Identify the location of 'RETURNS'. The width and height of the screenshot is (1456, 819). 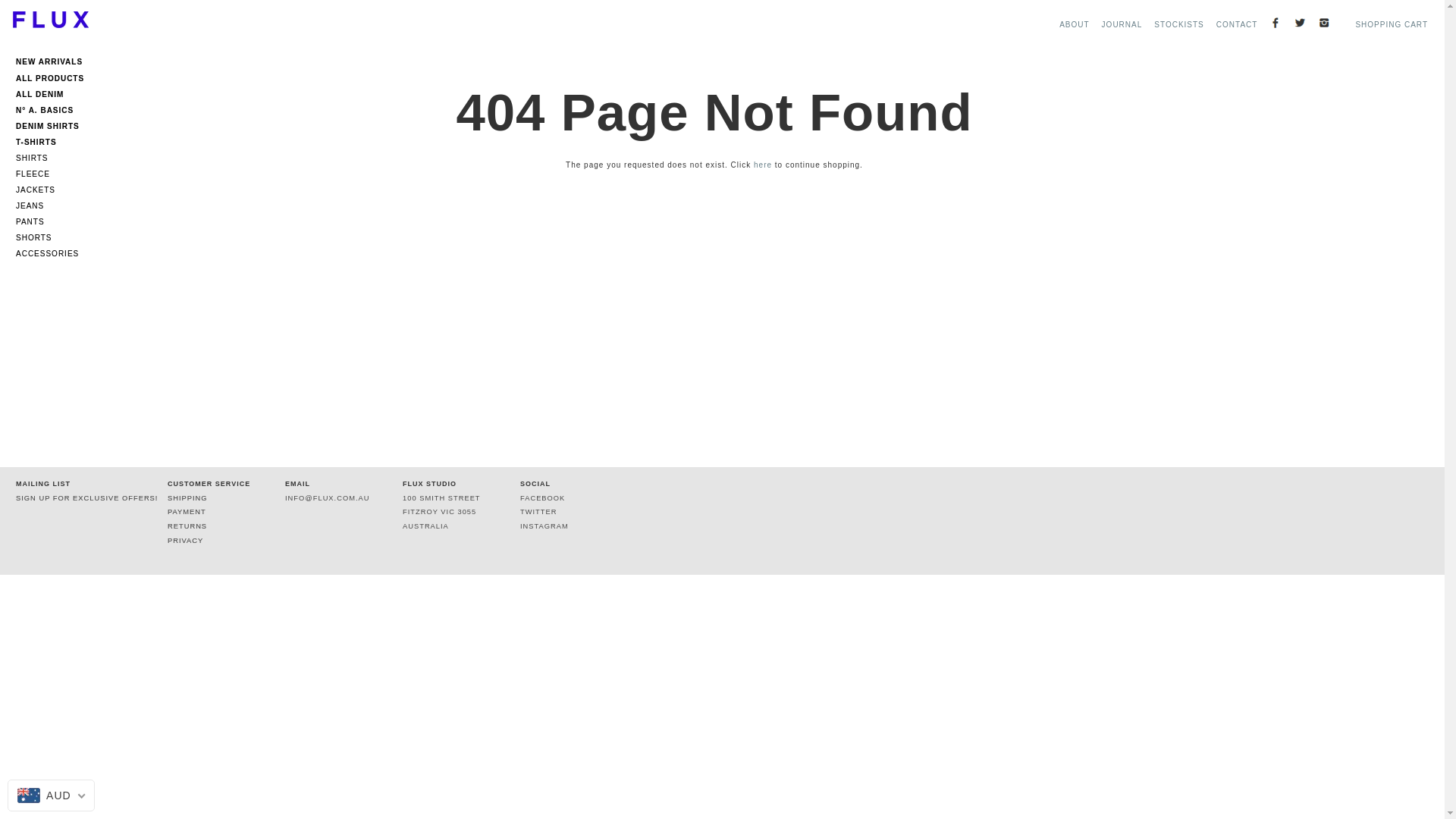
(186, 526).